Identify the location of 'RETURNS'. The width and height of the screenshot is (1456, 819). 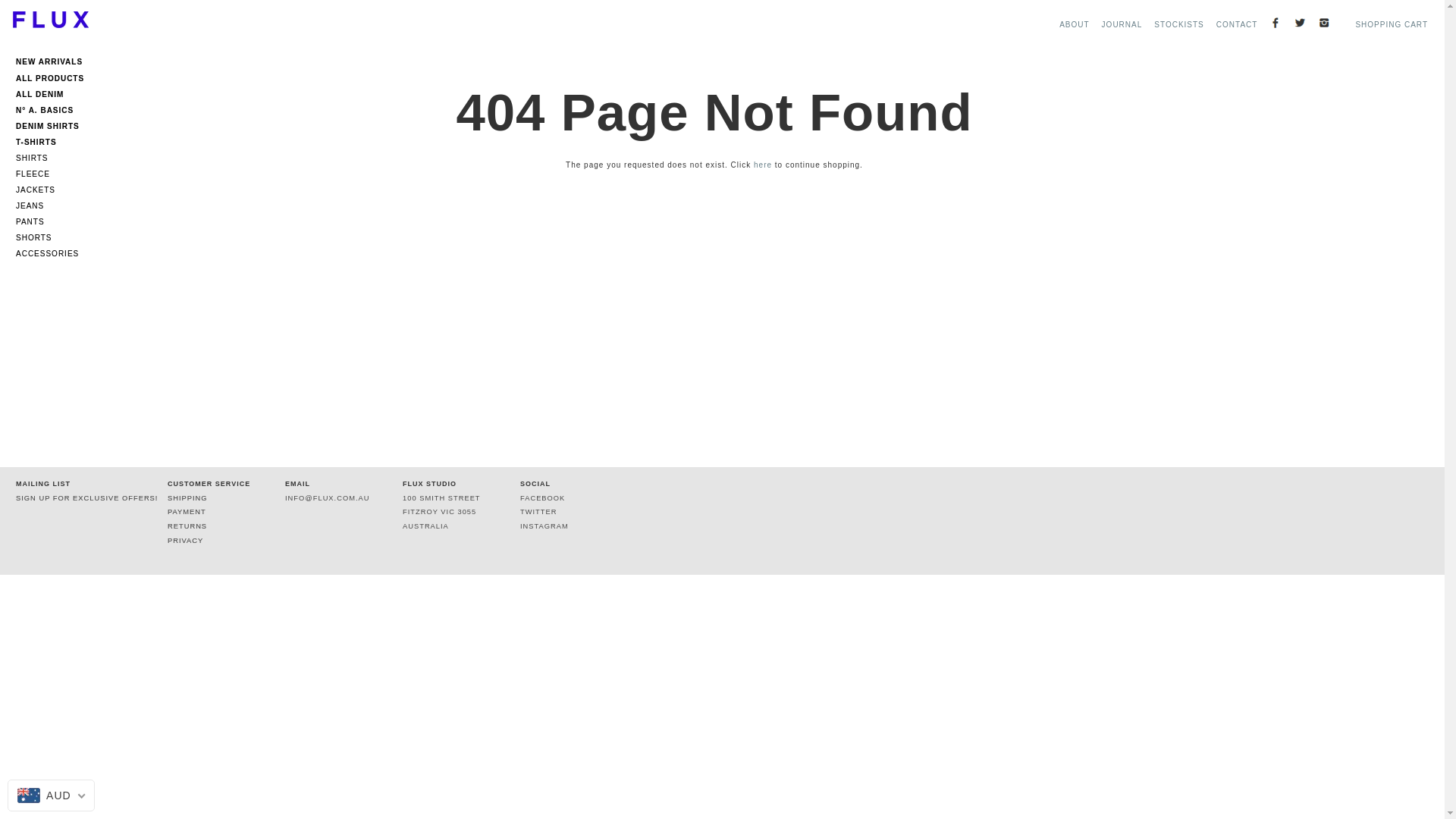
(186, 526).